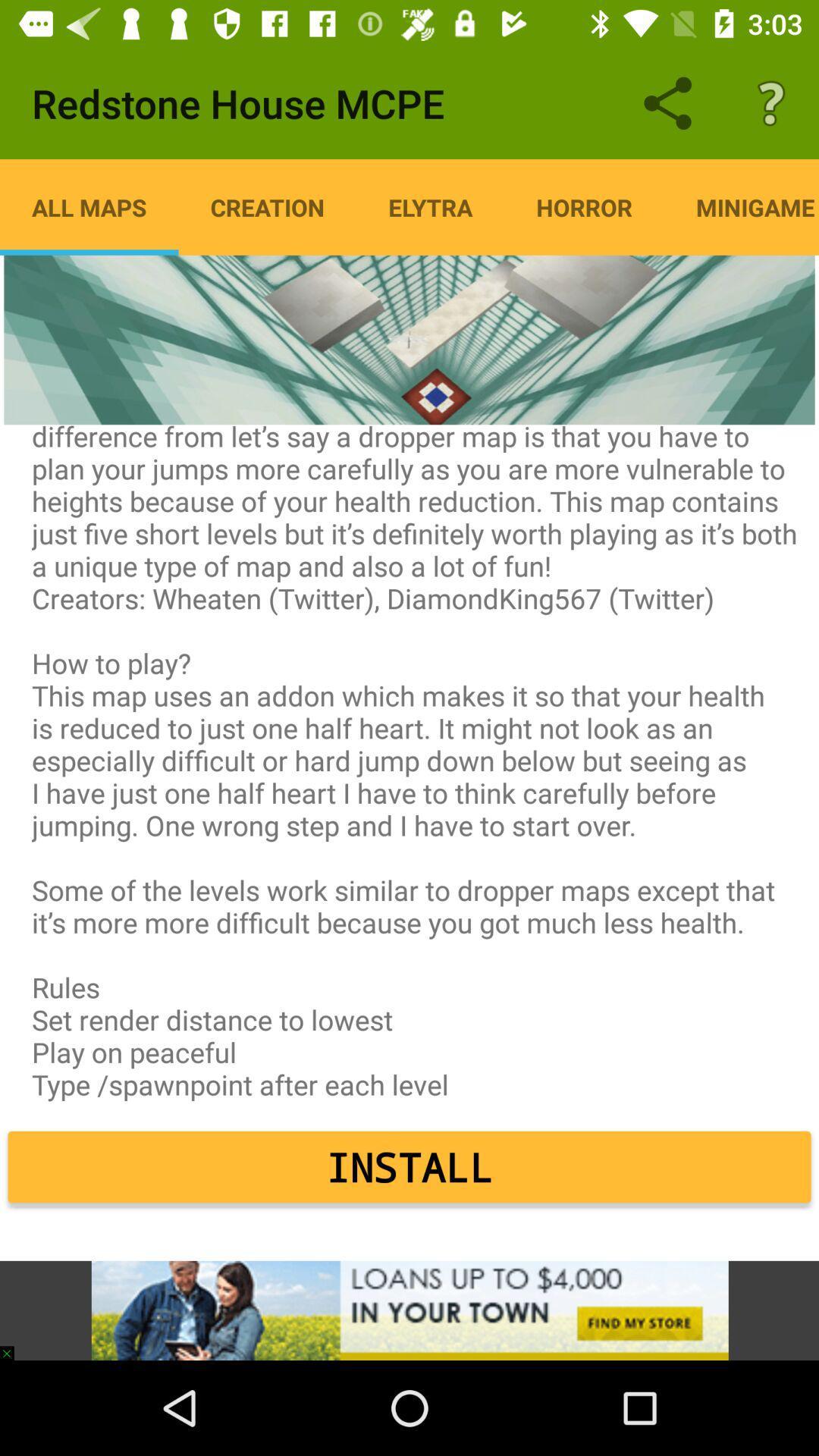 Image resolution: width=819 pixels, height=1456 pixels. Describe the element at coordinates (409, 1166) in the screenshot. I see `the install` at that location.